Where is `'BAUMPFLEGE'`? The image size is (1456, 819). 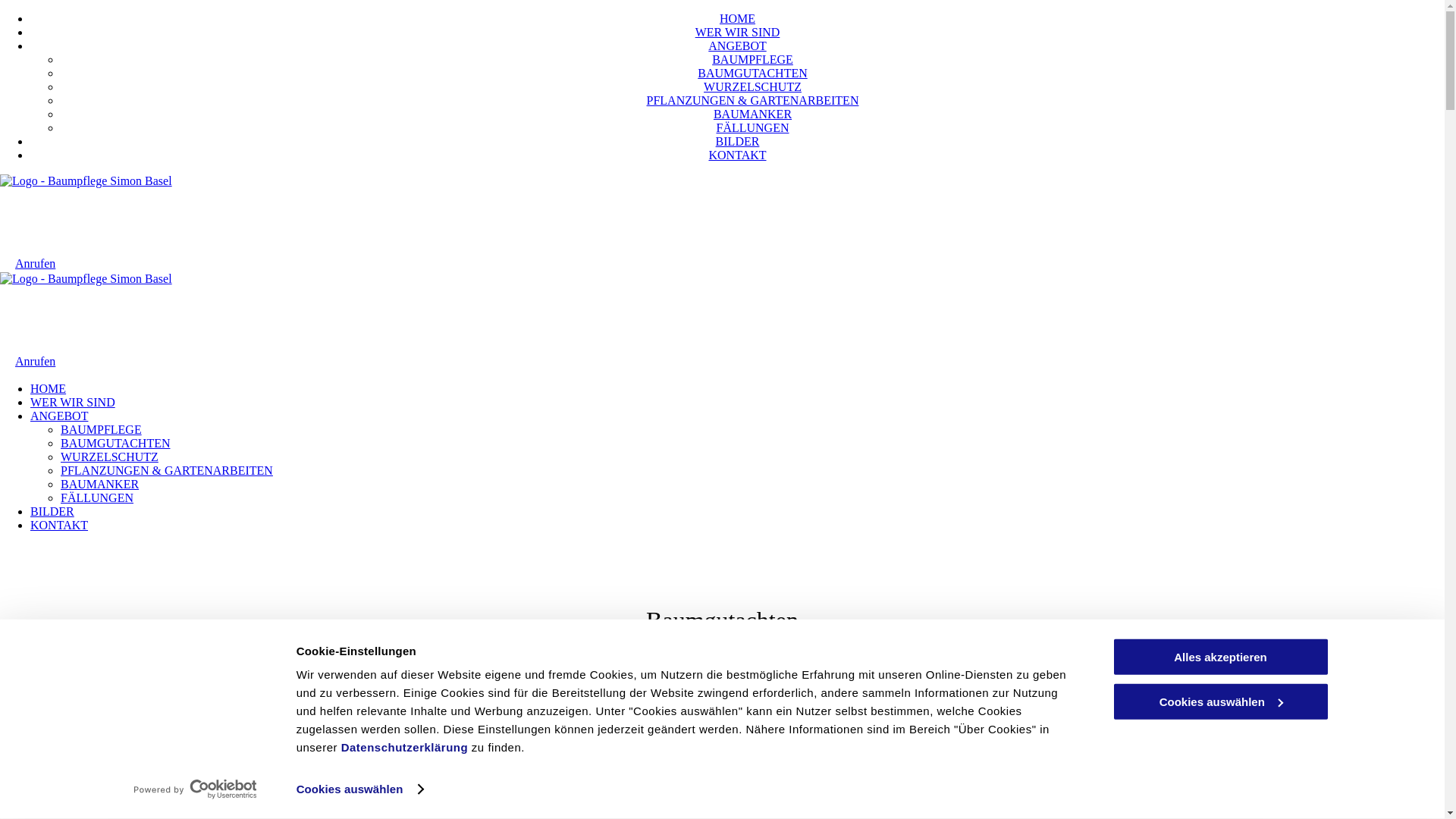
'BAUMPFLEGE' is located at coordinates (711, 58).